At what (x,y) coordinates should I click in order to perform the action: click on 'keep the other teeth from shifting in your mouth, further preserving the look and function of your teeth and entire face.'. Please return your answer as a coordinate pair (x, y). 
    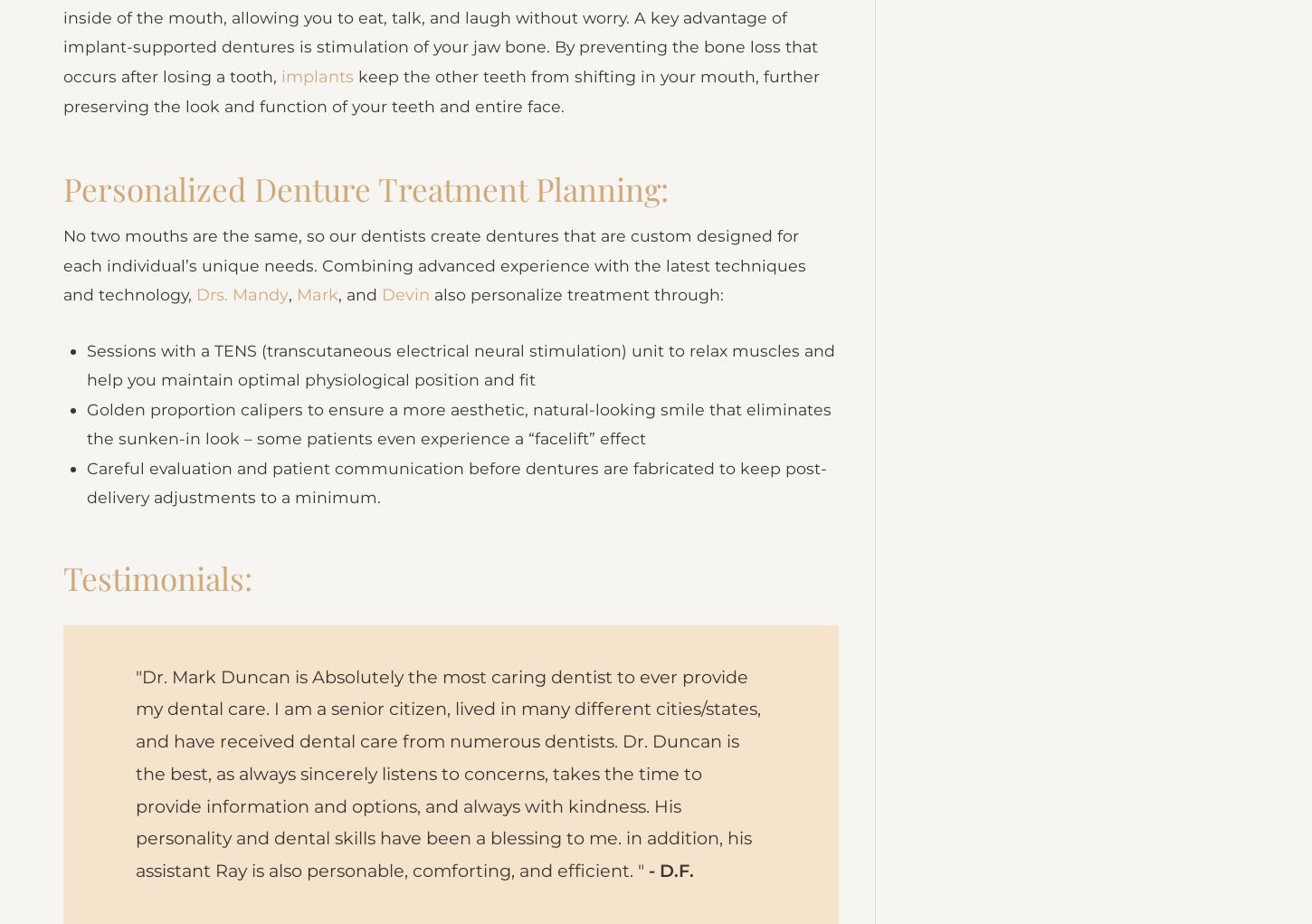
    Looking at the image, I should click on (442, 118).